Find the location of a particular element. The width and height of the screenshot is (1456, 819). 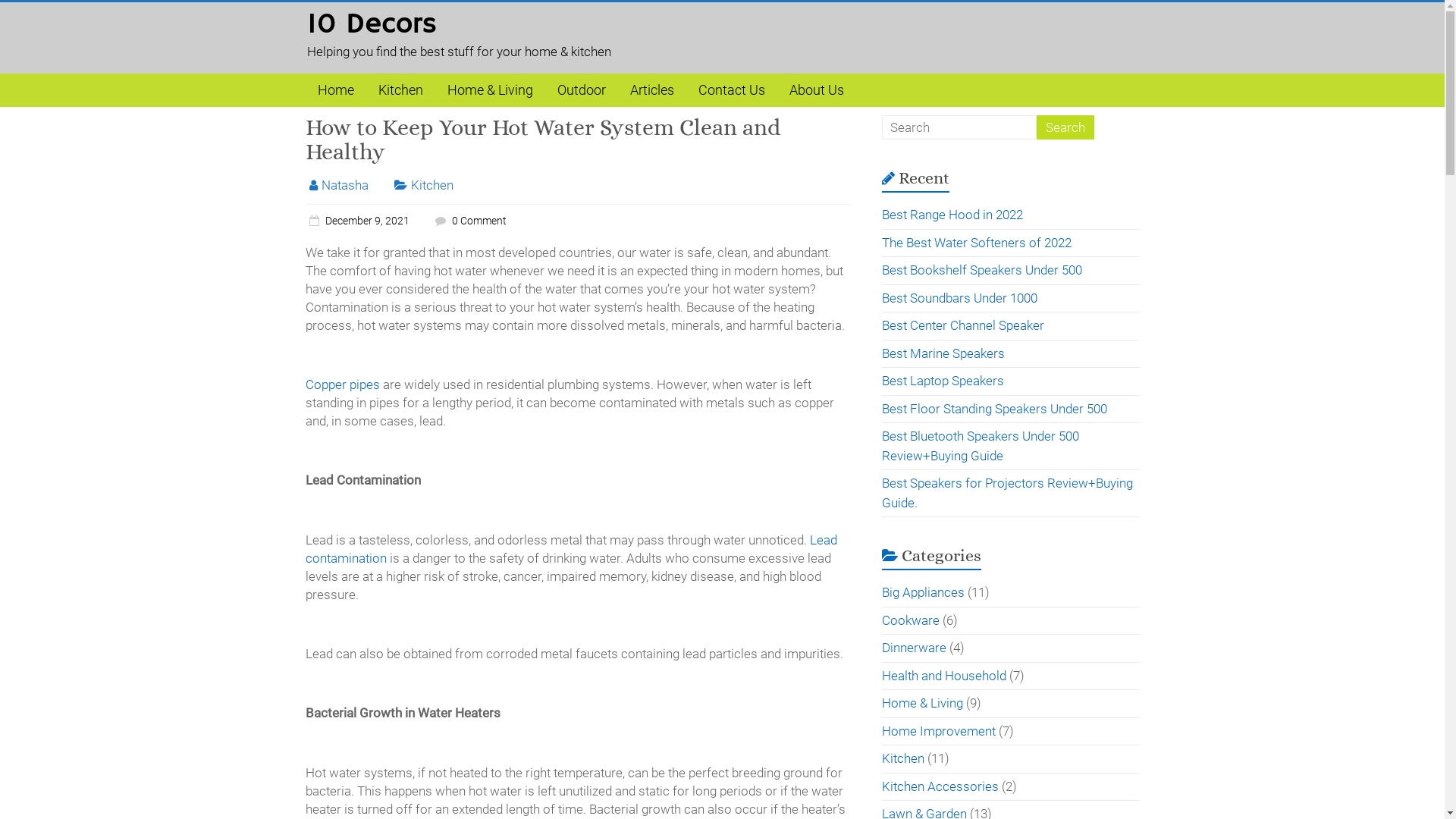

'Best Marine Speakers' is located at coordinates (942, 353).